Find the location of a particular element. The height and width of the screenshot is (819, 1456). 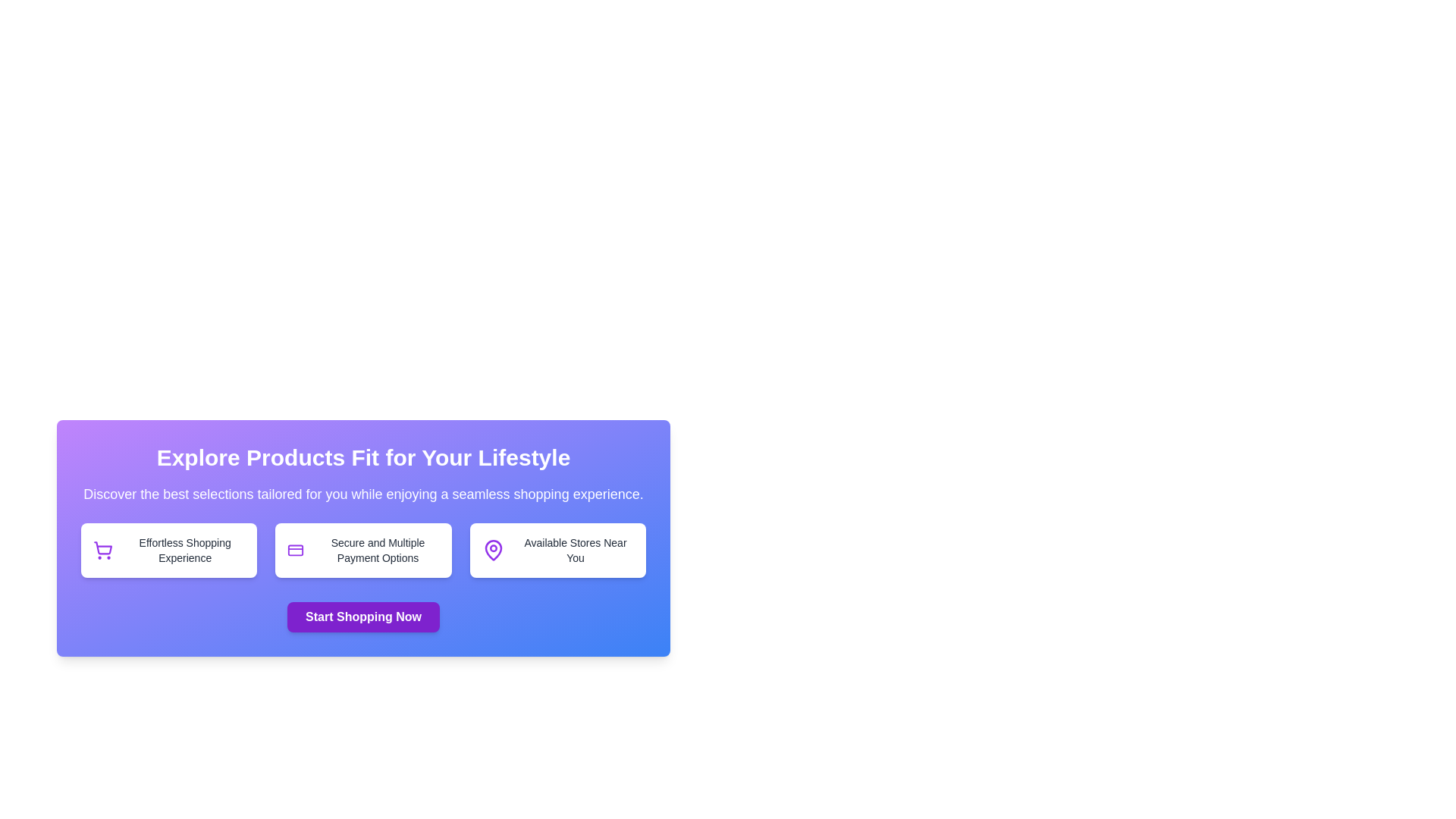

the secure payment options icon located within the second option box labeled 'Secure and Multiple Payment Options', positioned between the 'Effortless Shopping Experience' and 'Available Stores Near You' icons is located at coordinates (296, 550).